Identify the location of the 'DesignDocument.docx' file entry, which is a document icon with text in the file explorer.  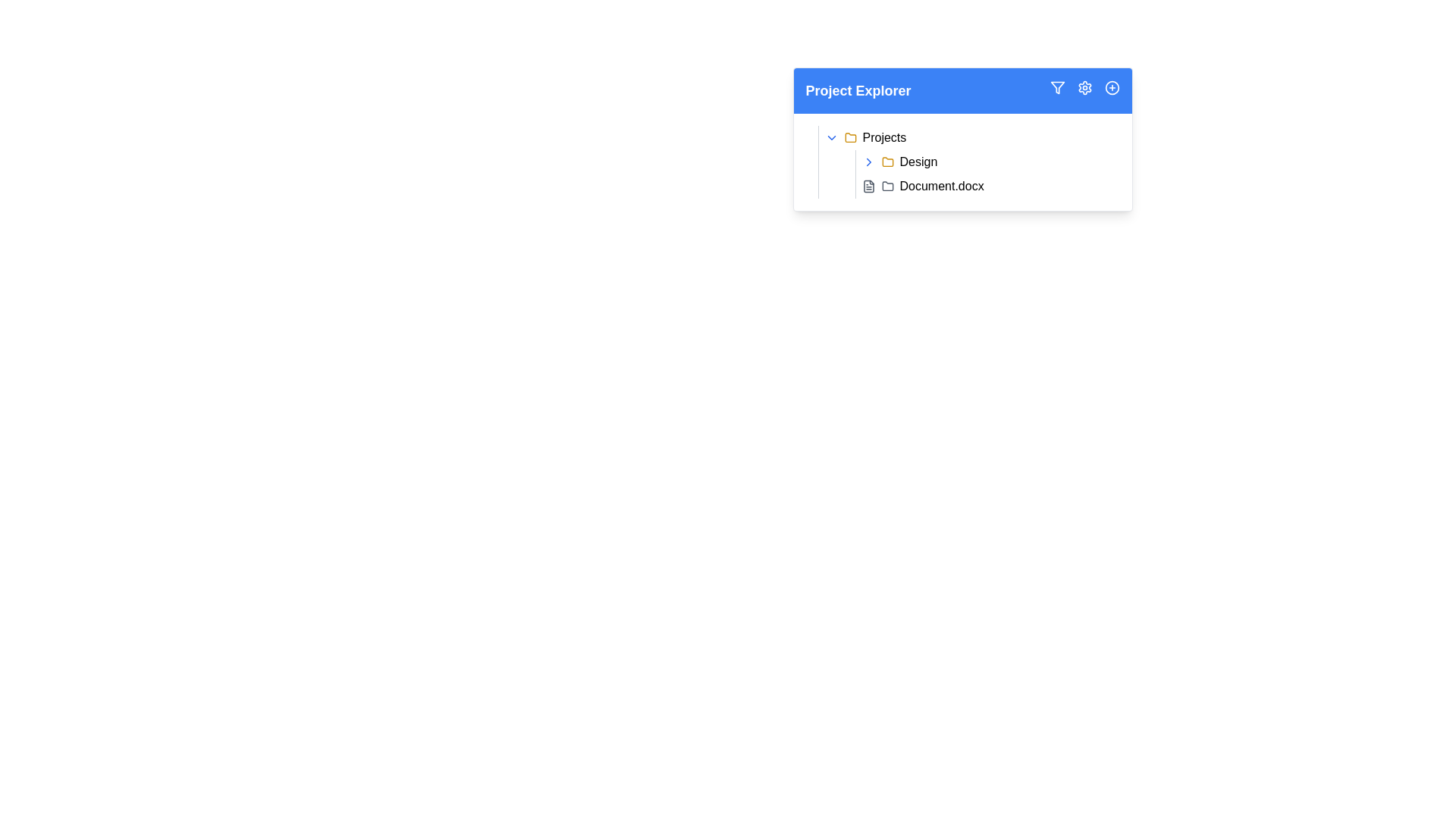
(975, 174).